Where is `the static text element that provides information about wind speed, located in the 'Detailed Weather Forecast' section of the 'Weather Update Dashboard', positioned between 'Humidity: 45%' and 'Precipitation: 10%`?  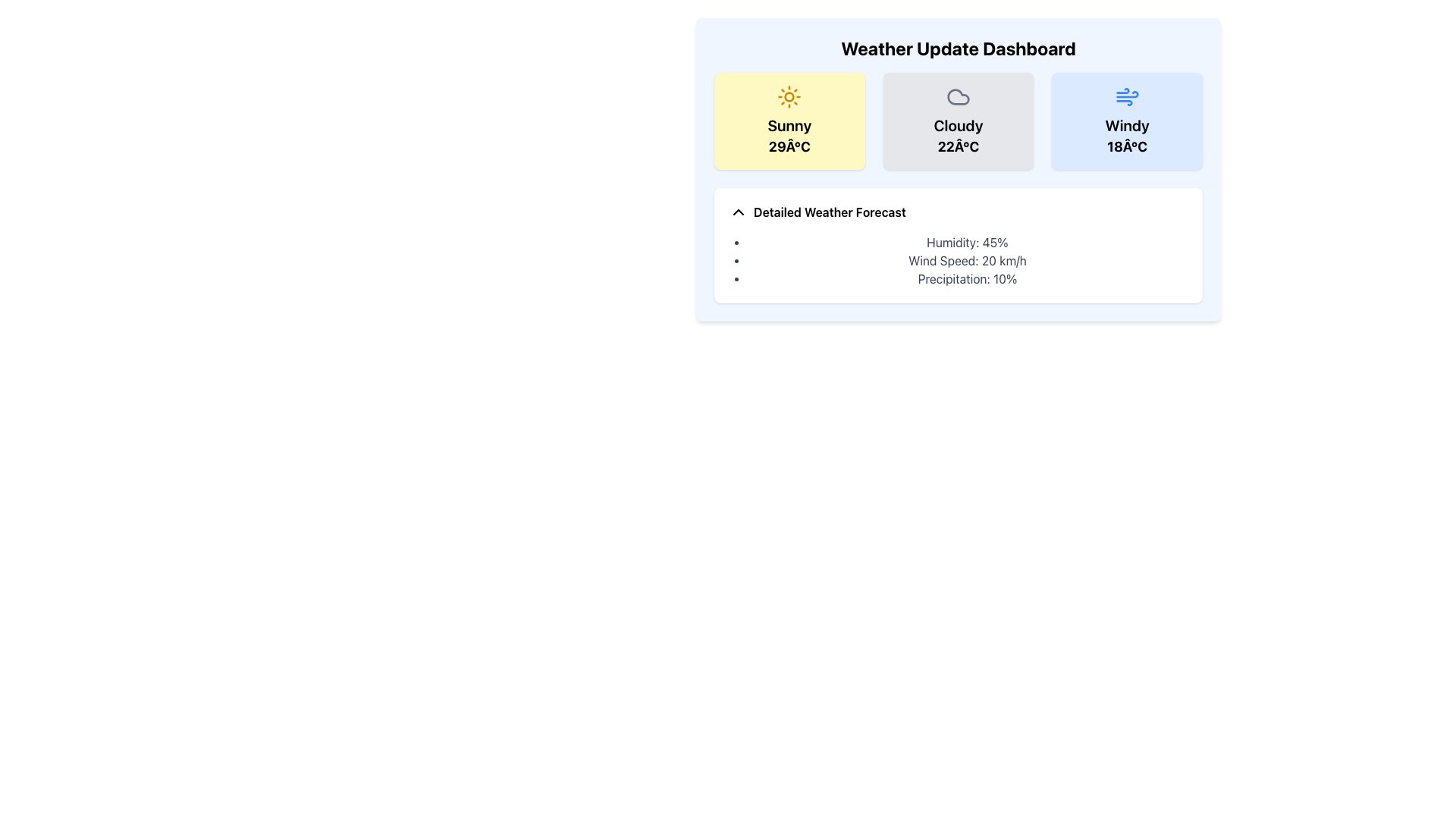
the static text element that provides information about wind speed, located in the 'Detailed Weather Forecast' section of the 'Weather Update Dashboard', positioned between 'Humidity: 45%' and 'Precipitation: 10% is located at coordinates (967, 259).